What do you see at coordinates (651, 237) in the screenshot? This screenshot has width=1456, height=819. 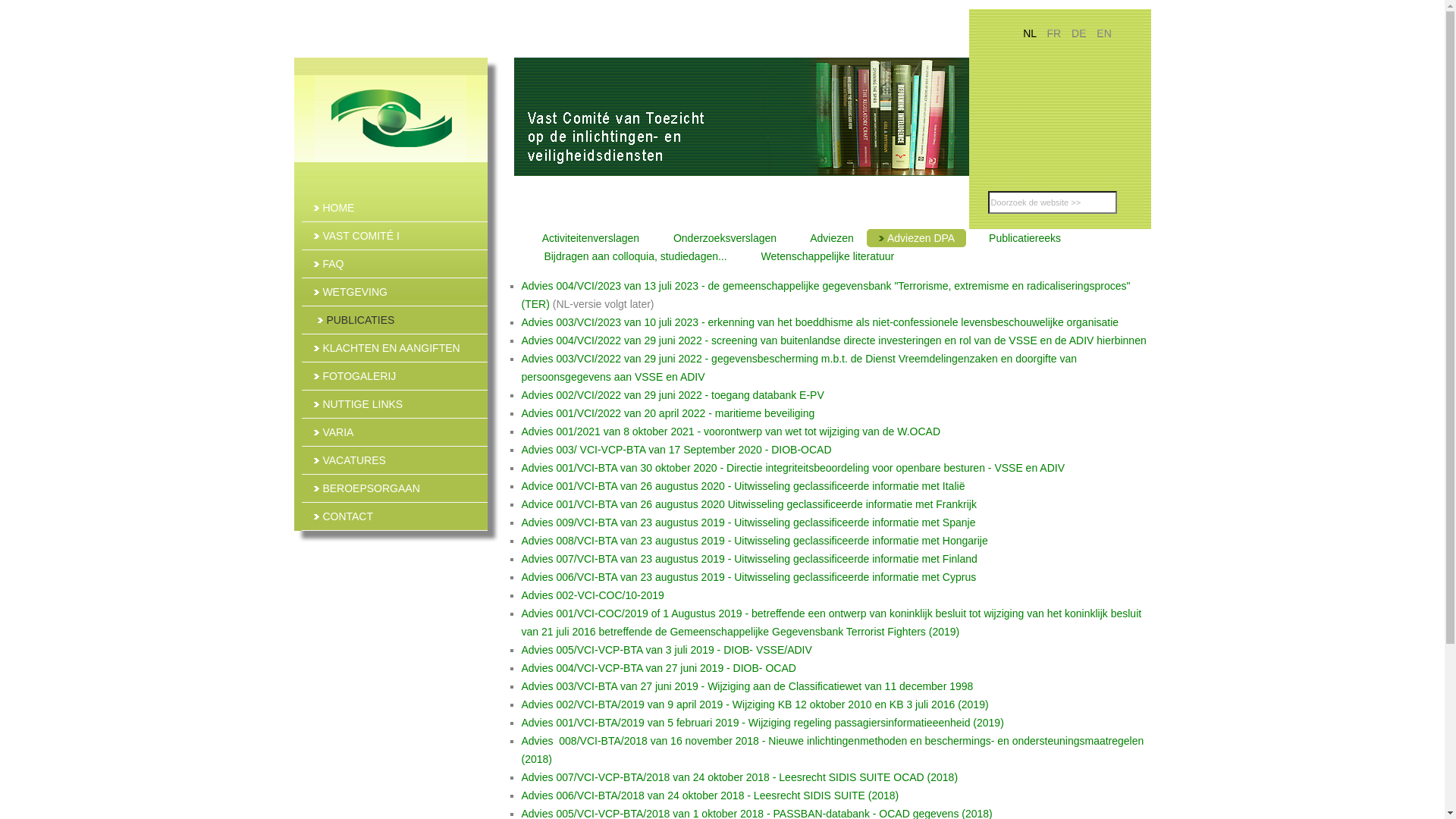 I see `'Onderzoeksverslagen'` at bounding box center [651, 237].